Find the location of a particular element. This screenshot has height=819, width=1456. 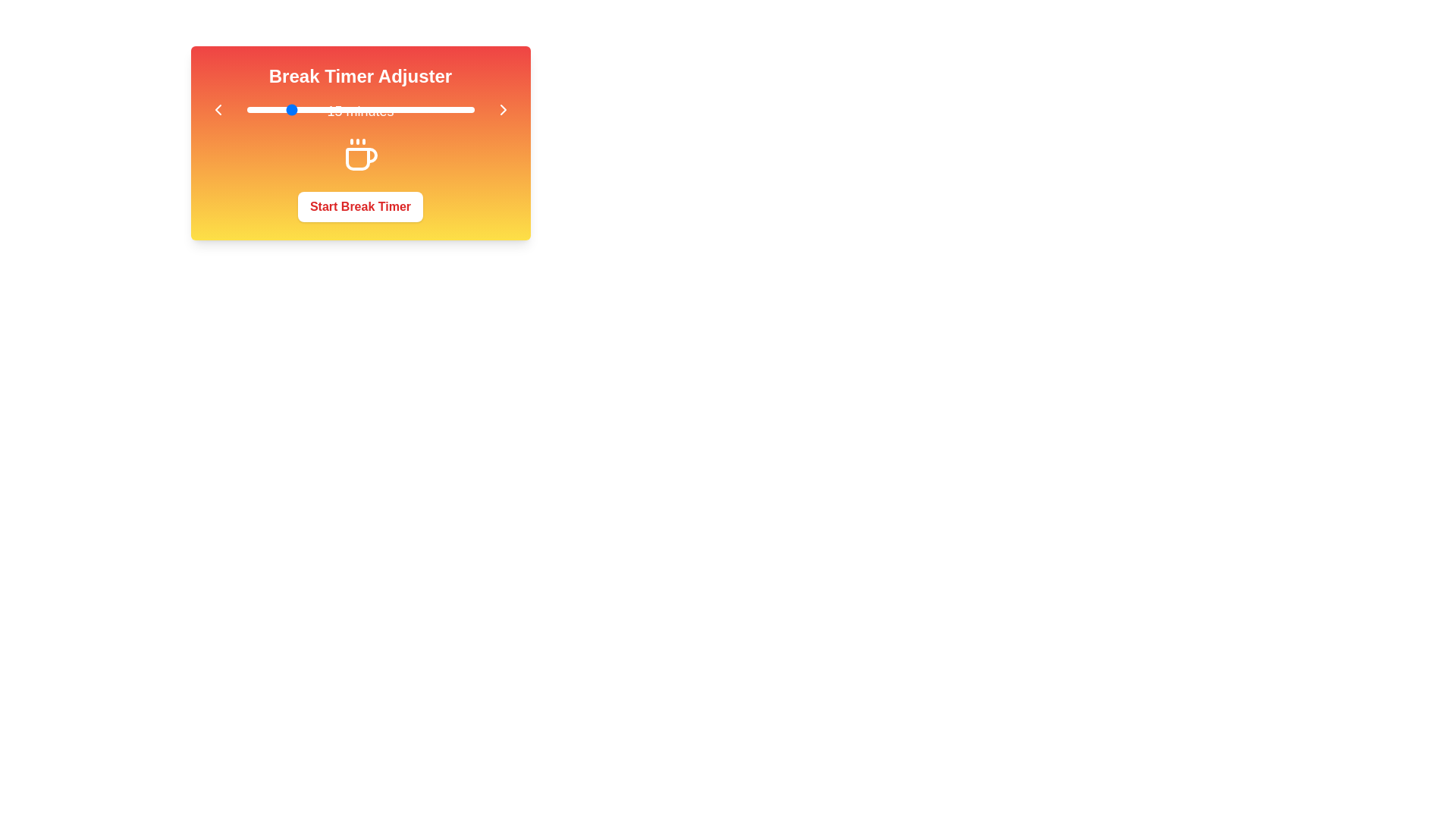

the text displaying the break duration to select it is located at coordinates (359, 109).